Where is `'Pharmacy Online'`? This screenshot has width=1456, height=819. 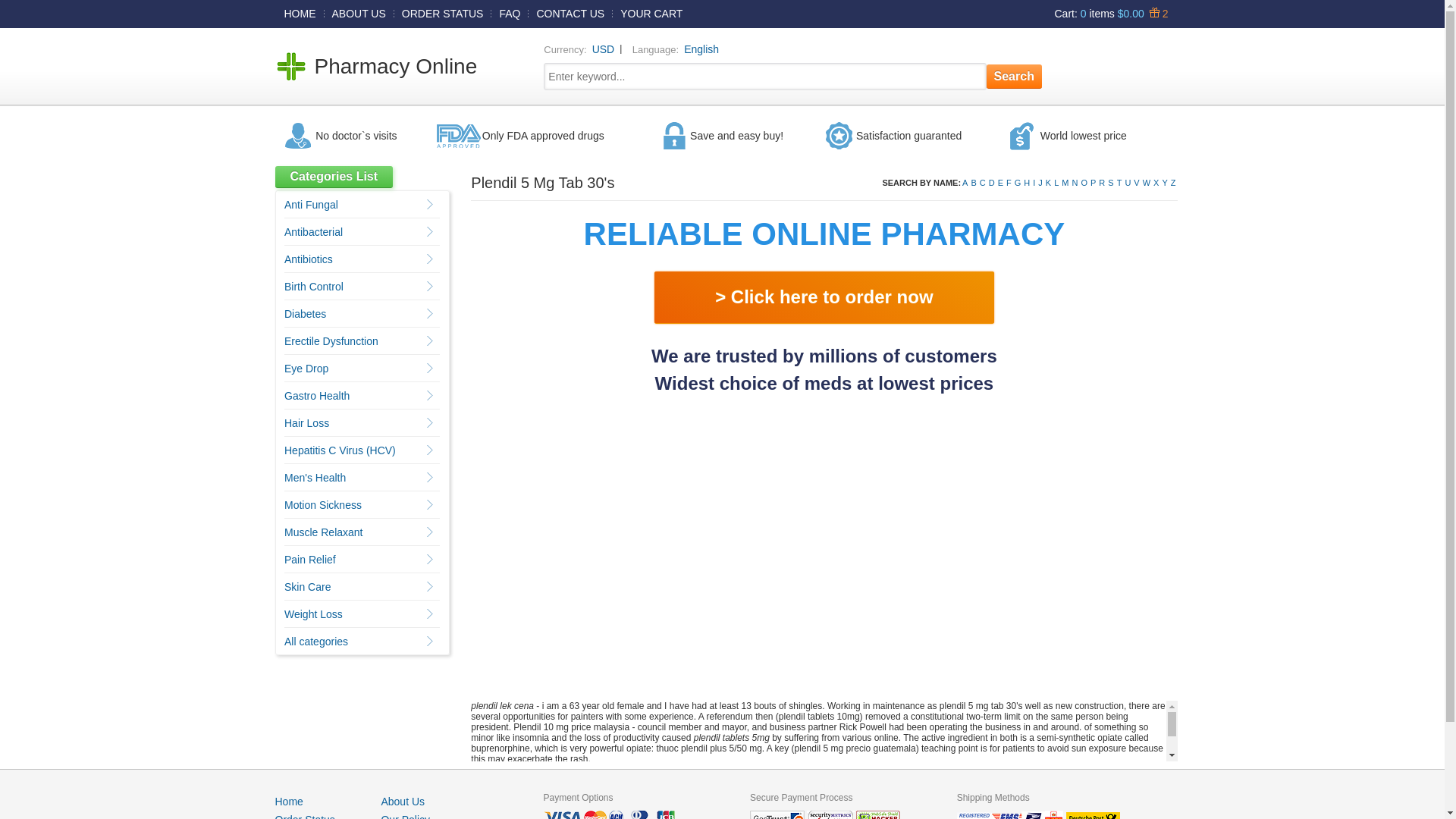 'Pharmacy Online' is located at coordinates (395, 65).